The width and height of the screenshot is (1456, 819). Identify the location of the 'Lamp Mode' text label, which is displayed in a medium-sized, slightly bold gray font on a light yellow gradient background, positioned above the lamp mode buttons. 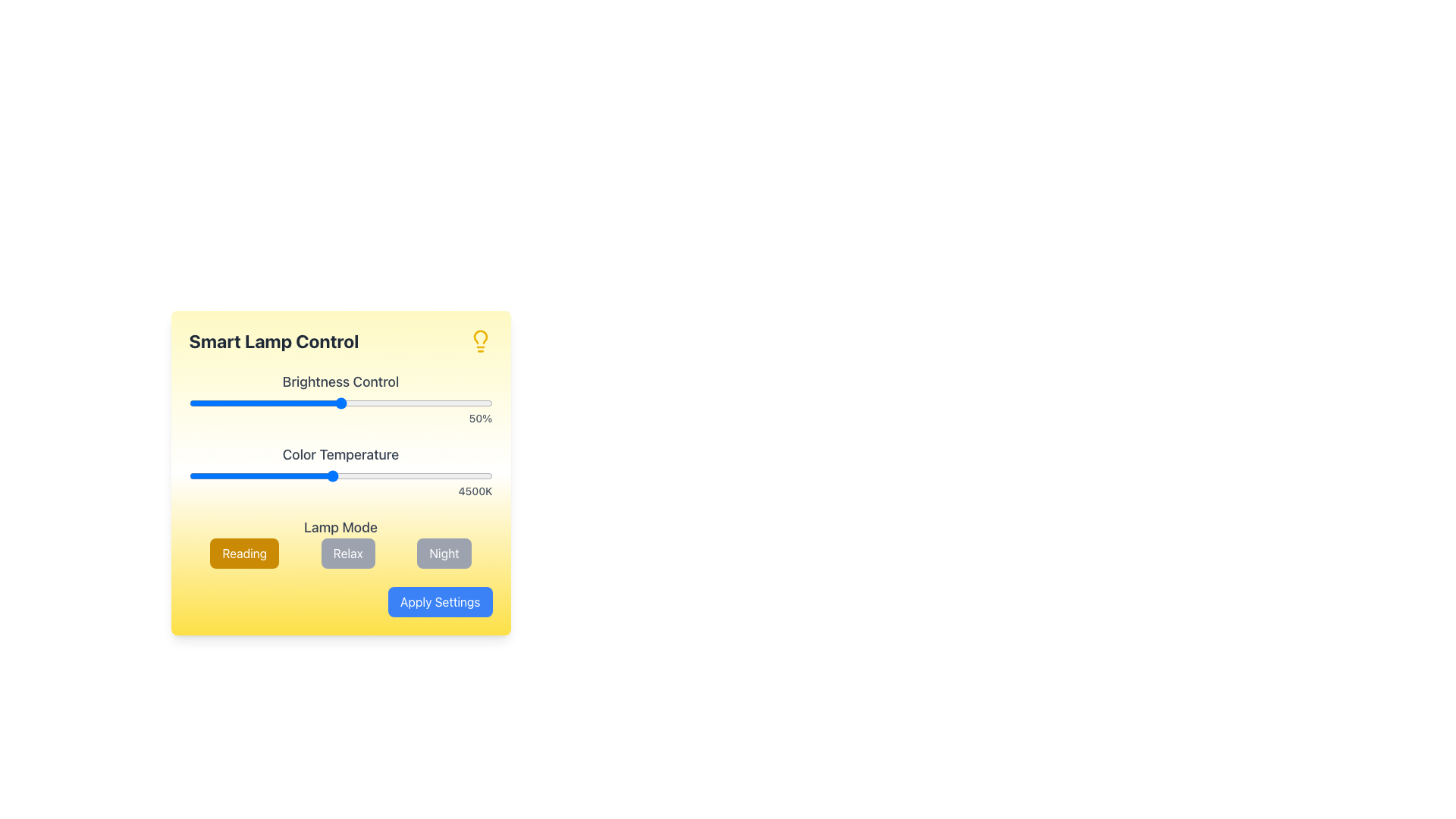
(340, 526).